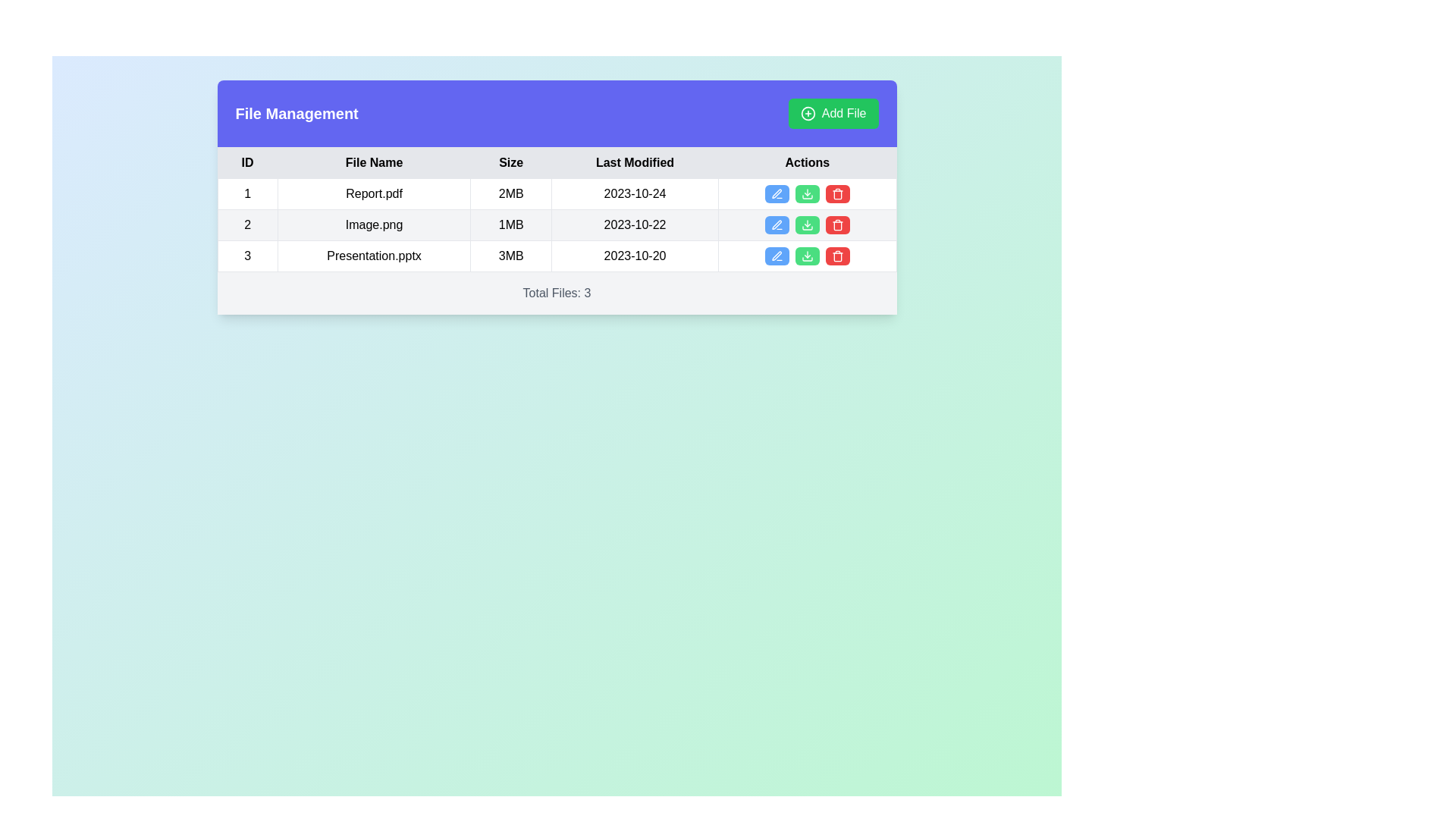 The width and height of the screenshot is (1456, 819). I want to click on the icon representing the 'Add File' button, which is located to the left of the label text 'Add File' in the top-right corner of the interface, so click(807, 113).